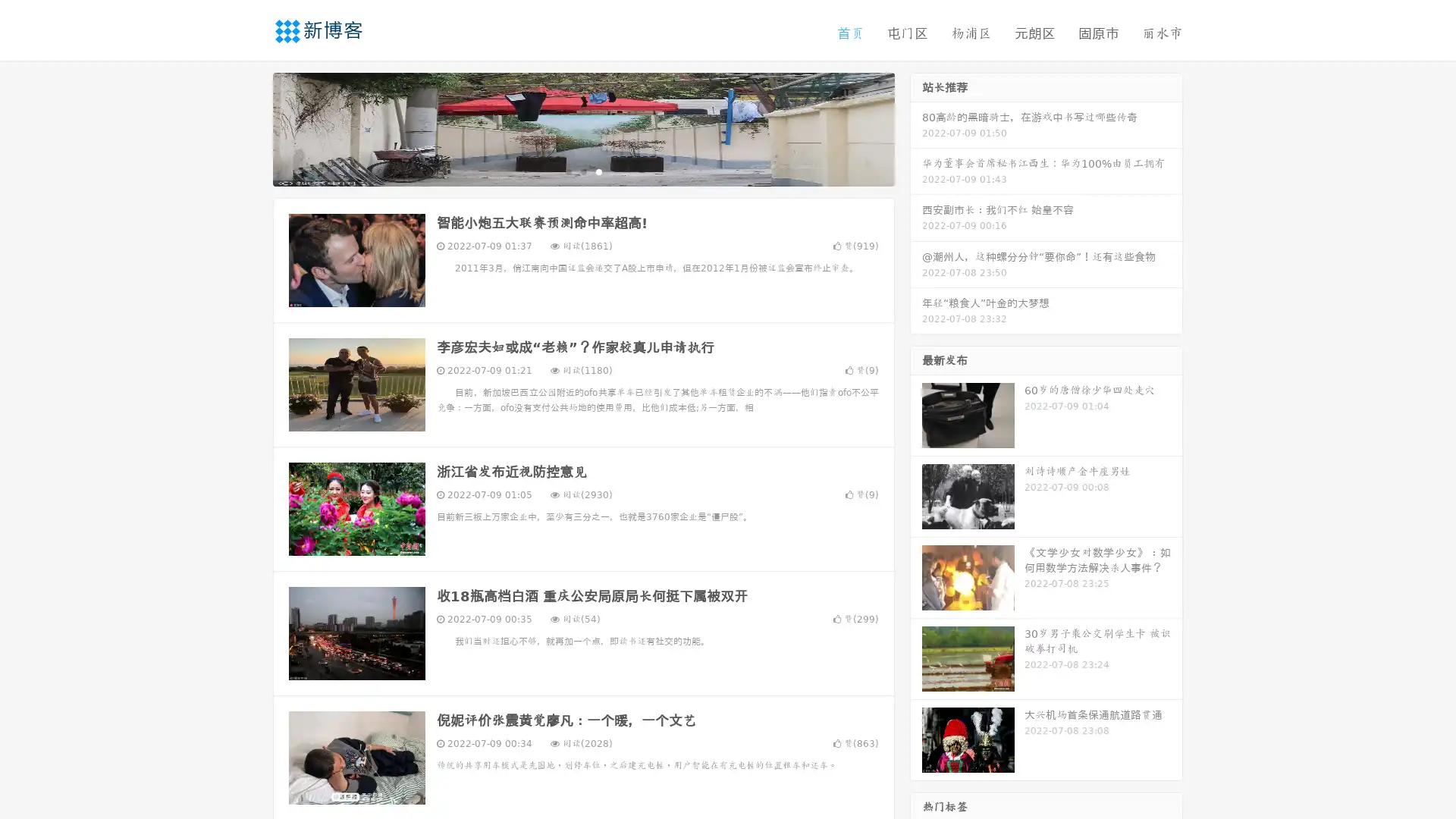 This screenshot has height=819, width=1456. I want to click on Go to slide 1, so click(567, 171).